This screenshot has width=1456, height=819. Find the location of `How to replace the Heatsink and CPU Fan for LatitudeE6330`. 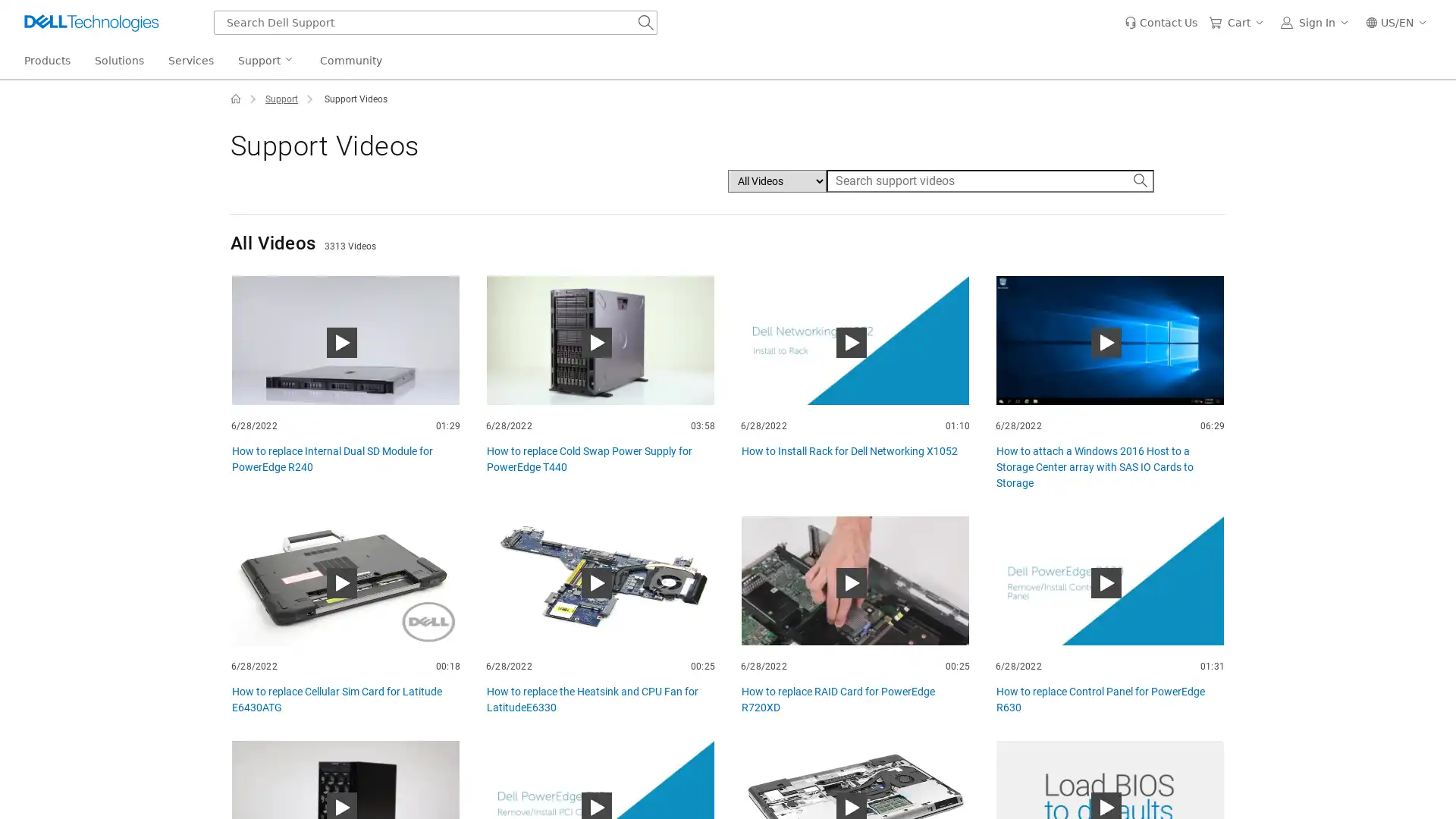

How to replace the Heatsink and CPU Fan for LatitudeE6330 is located at coordinates (600, 699).